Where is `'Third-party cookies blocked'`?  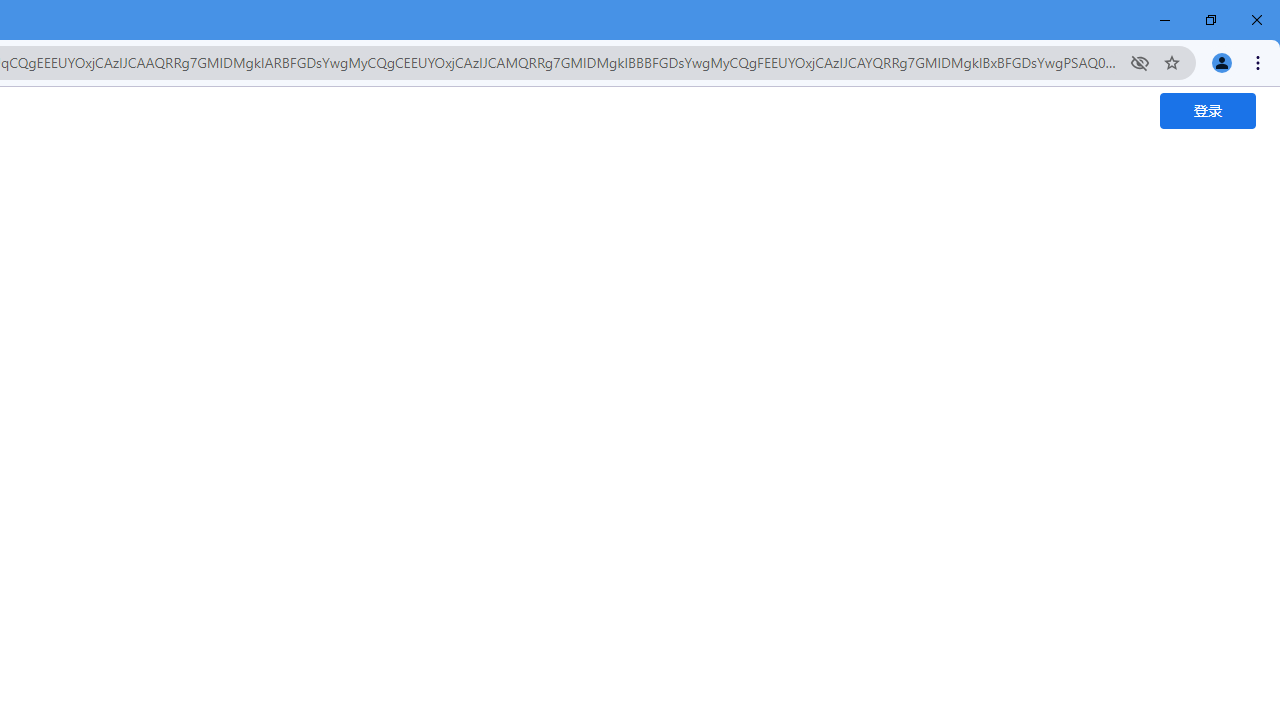
'Third-party cookies blocked' is located at coordinates (1139, 61).